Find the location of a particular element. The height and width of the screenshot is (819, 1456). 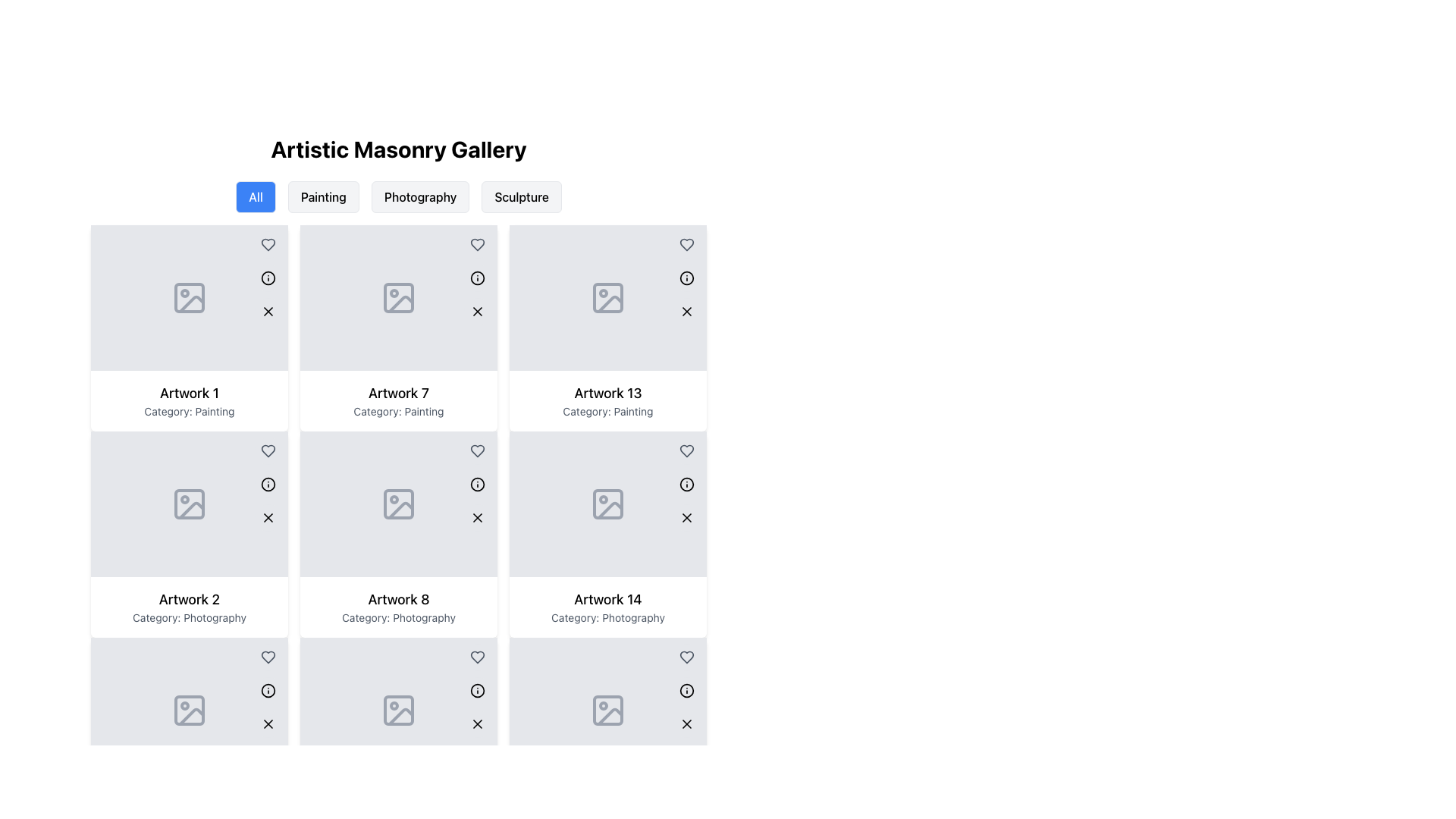

the text label that serves as the title or name associated with a particular artwork, located in the first column of the second row in a grid layout is located at coordinates (188, 598).